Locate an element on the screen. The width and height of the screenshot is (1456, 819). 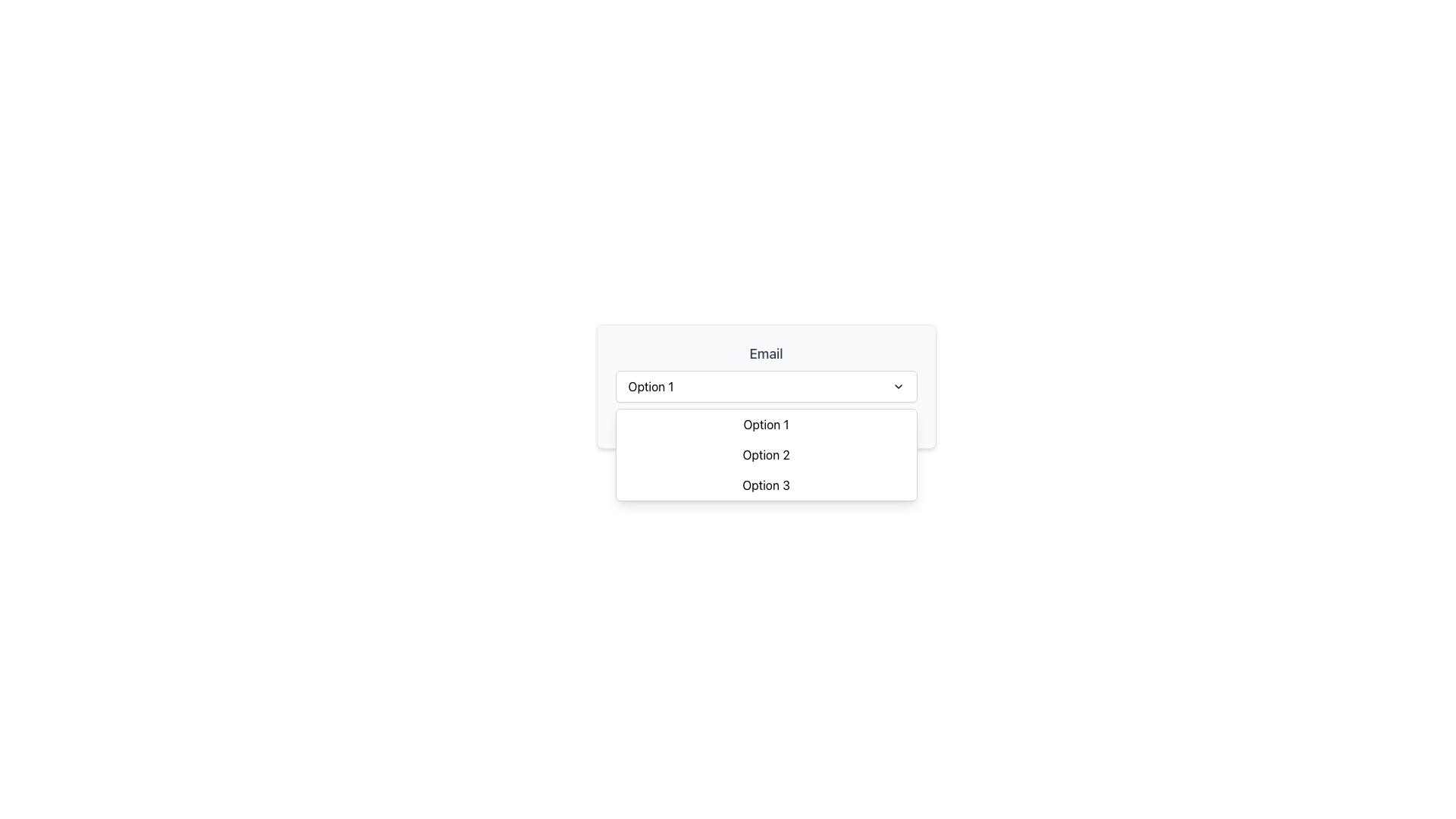
the third selectable option in the dropdown menu labeled 'Option 3' is located at coordinates (766, 491).